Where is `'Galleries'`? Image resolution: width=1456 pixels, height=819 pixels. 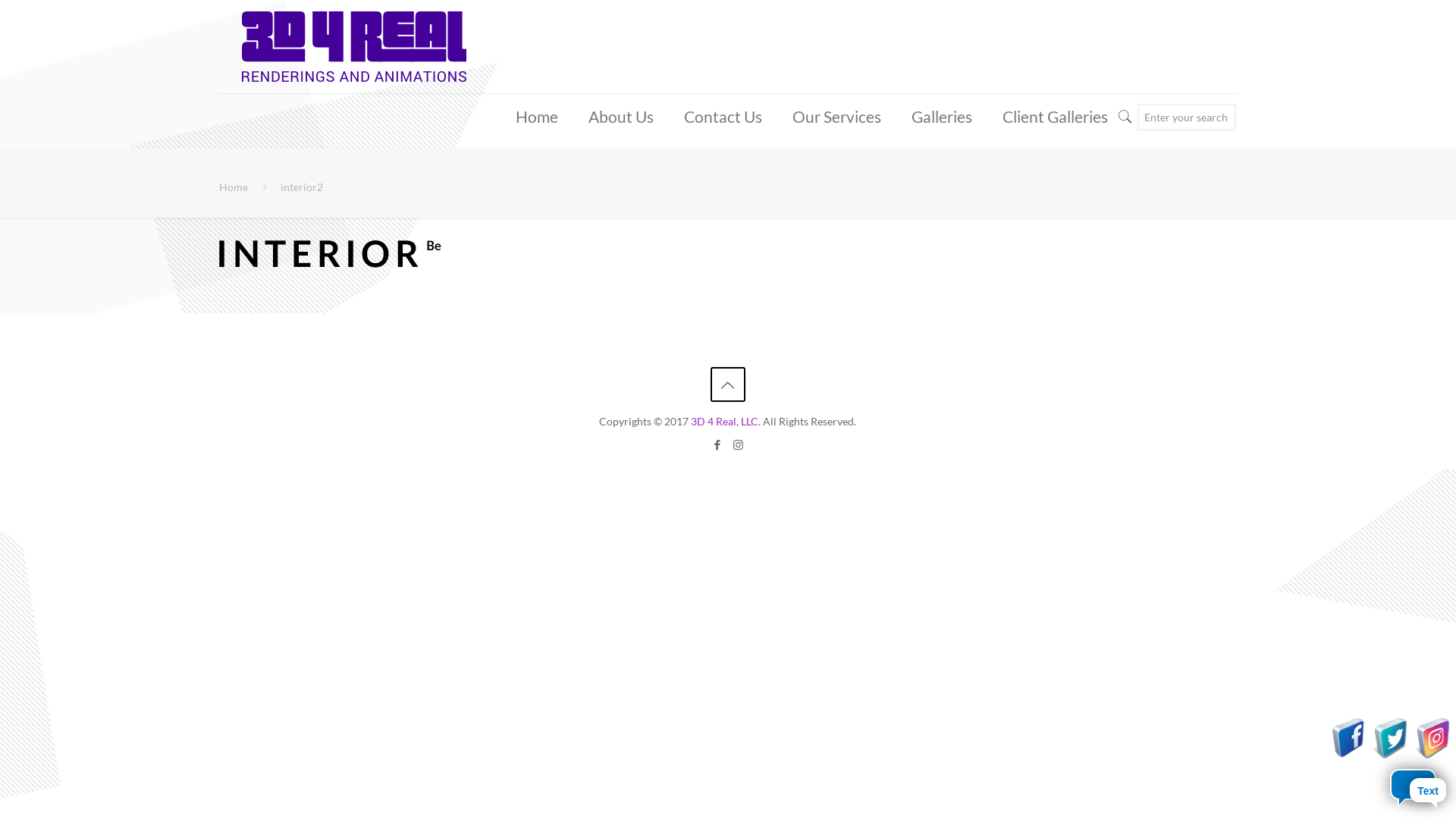 'Galleries' is located at coordinates (941, 116).